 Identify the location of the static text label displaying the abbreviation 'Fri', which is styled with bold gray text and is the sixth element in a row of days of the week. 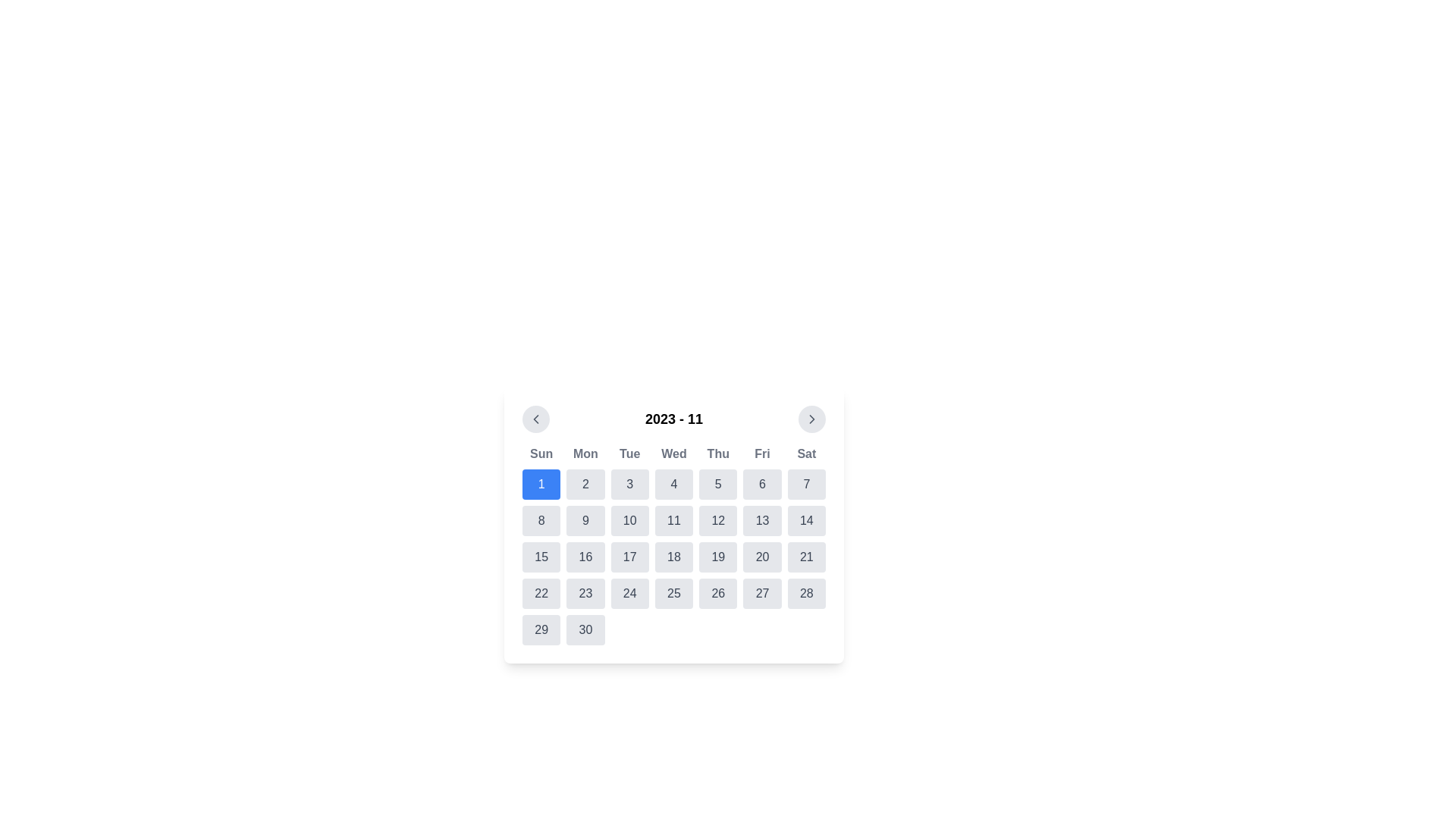
(762, 453).